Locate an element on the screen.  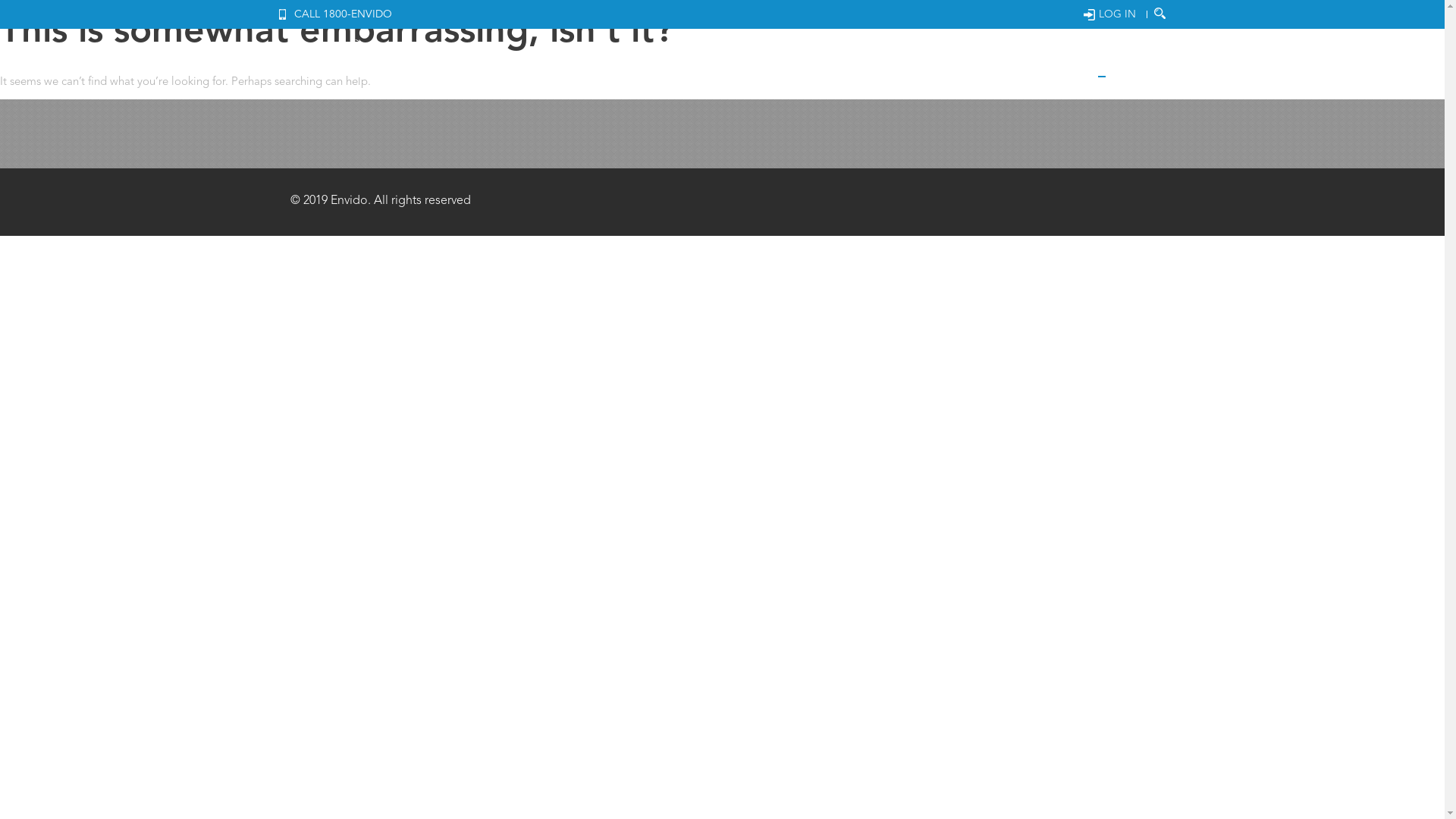
'LOG IN' is located at coordinates (1082, 14).